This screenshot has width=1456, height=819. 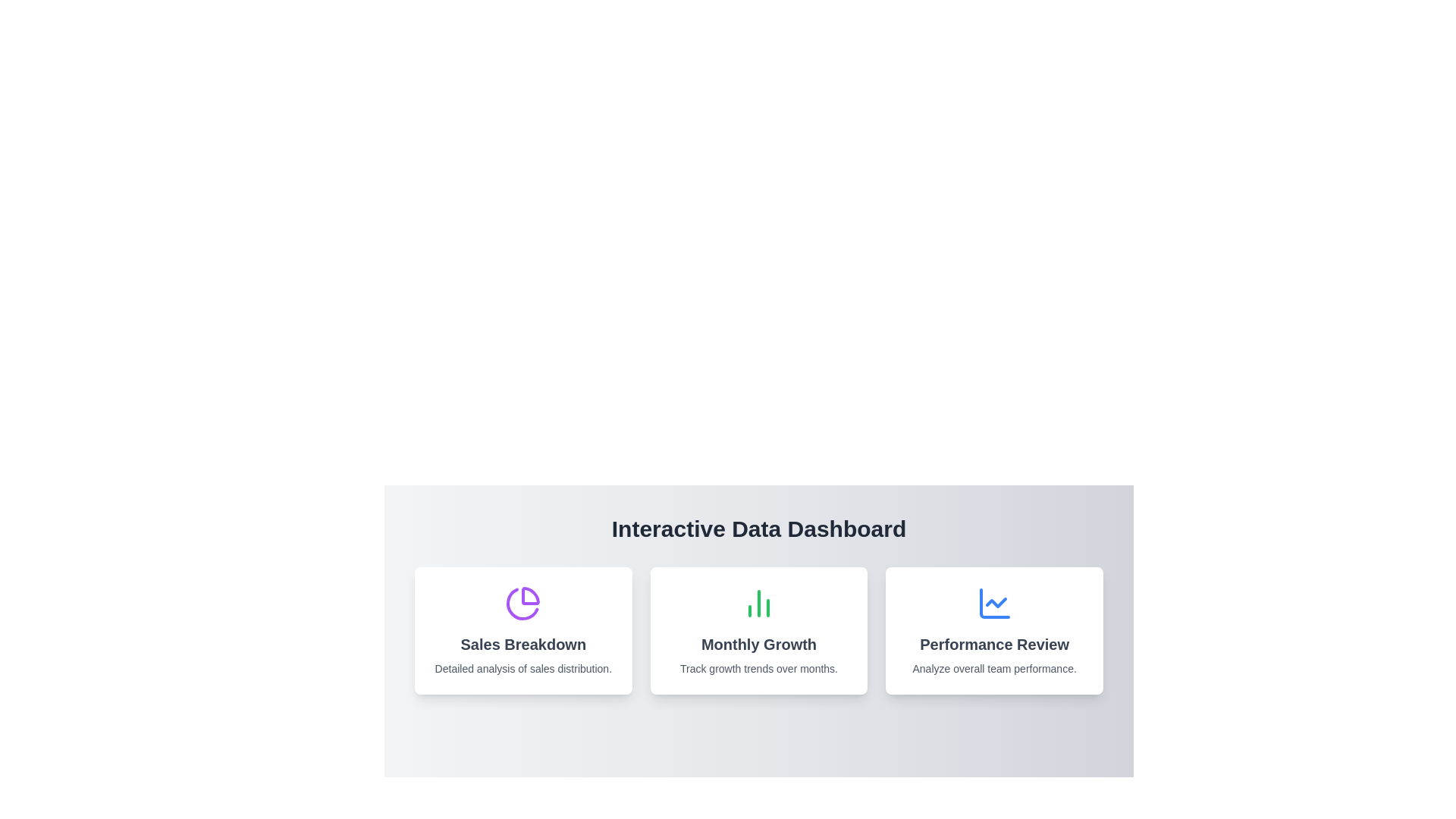 What do you see at coordinates (759, 529) in the screenshot?
I see `the primary heading element located at the top center of the interface, which identifies the purpose of the displayed dashboard` at bounding box center [759, 529].